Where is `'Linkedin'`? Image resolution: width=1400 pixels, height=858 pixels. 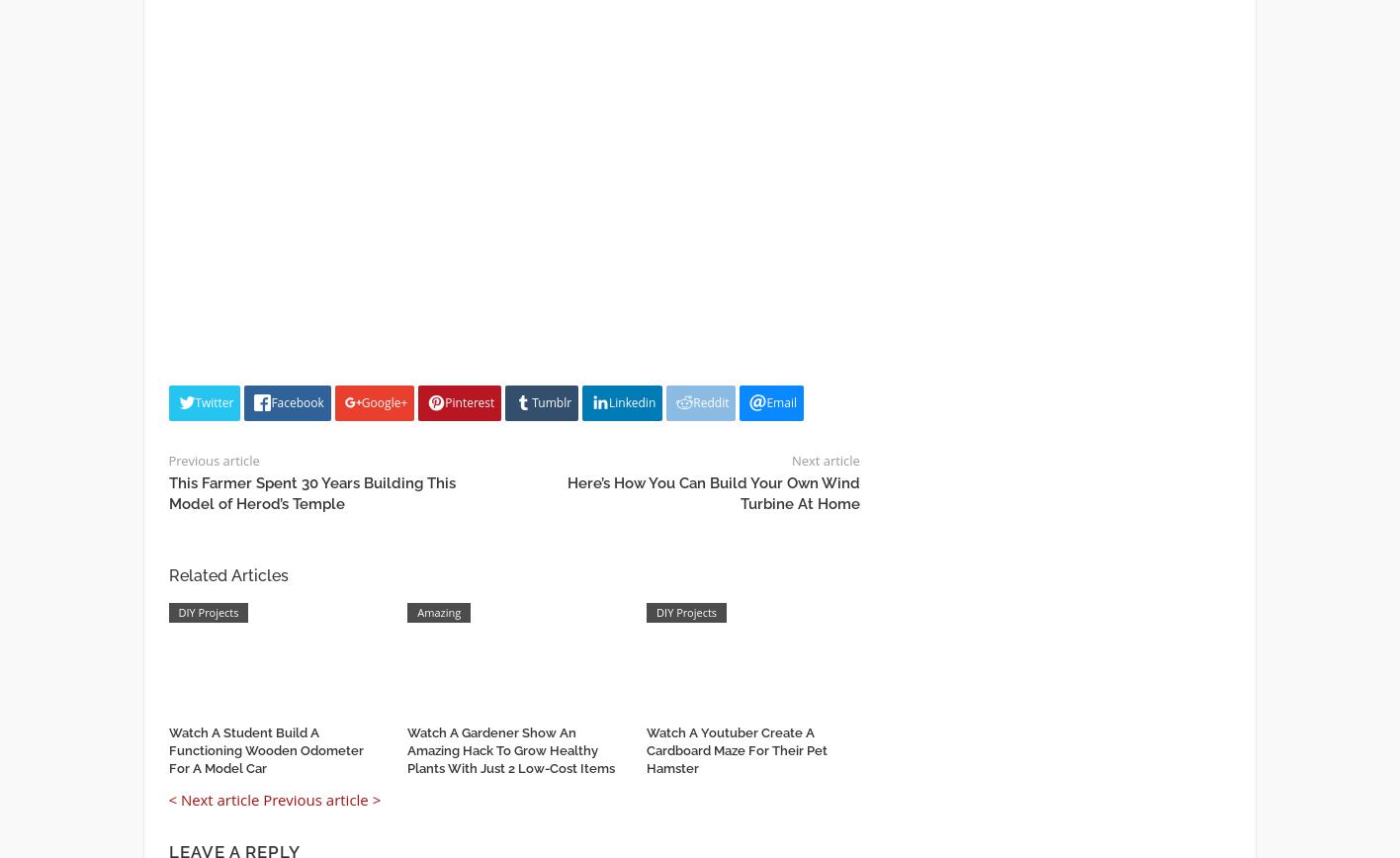
'Linkedin' is located at coordinates (632, 401).